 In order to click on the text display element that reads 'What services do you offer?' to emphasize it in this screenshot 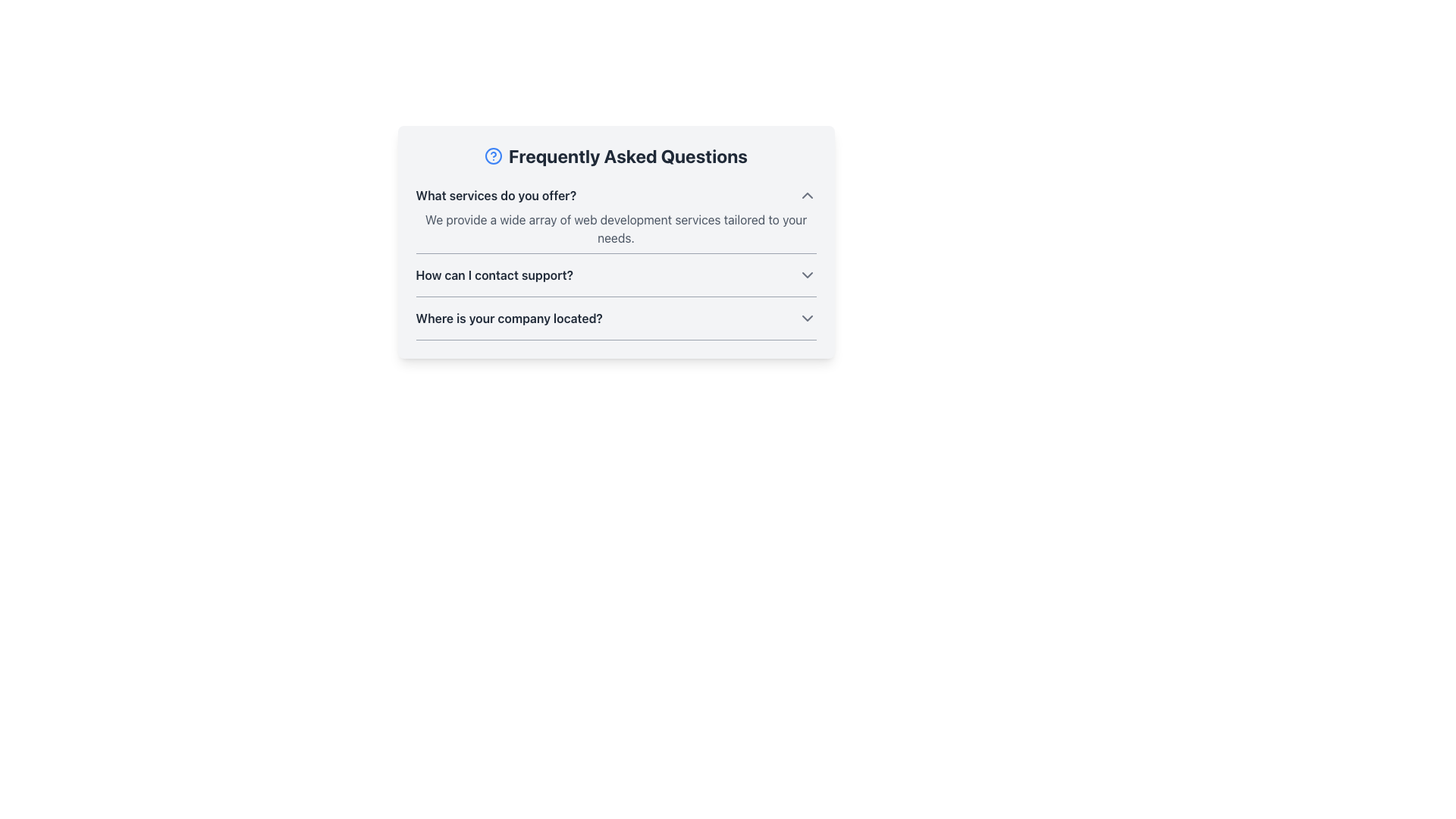, I will do `click(496, 195)`.